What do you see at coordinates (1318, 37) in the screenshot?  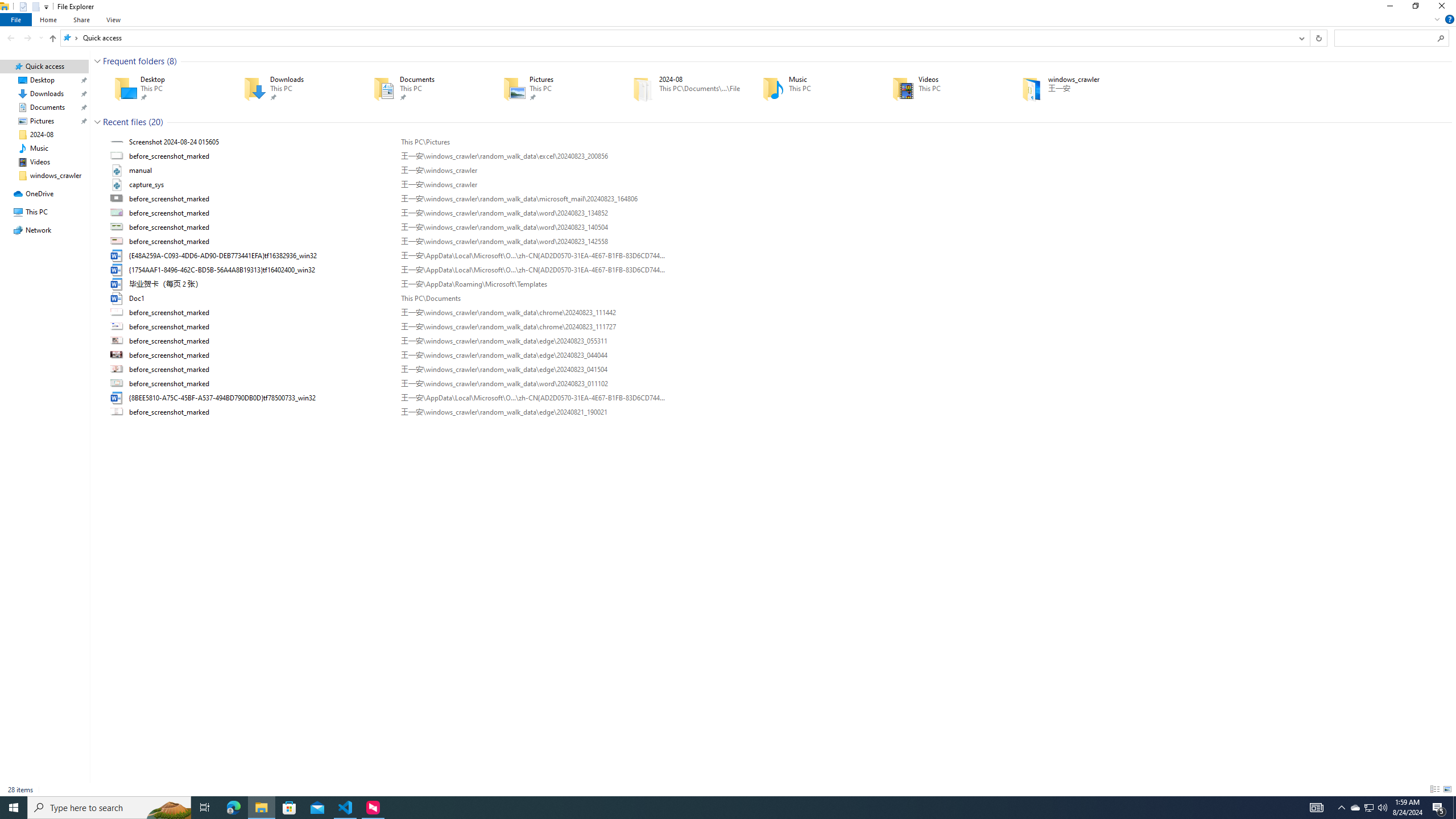 I see `'Refresh "Quick access" (F5)'` at bounding box center [1318, 37].